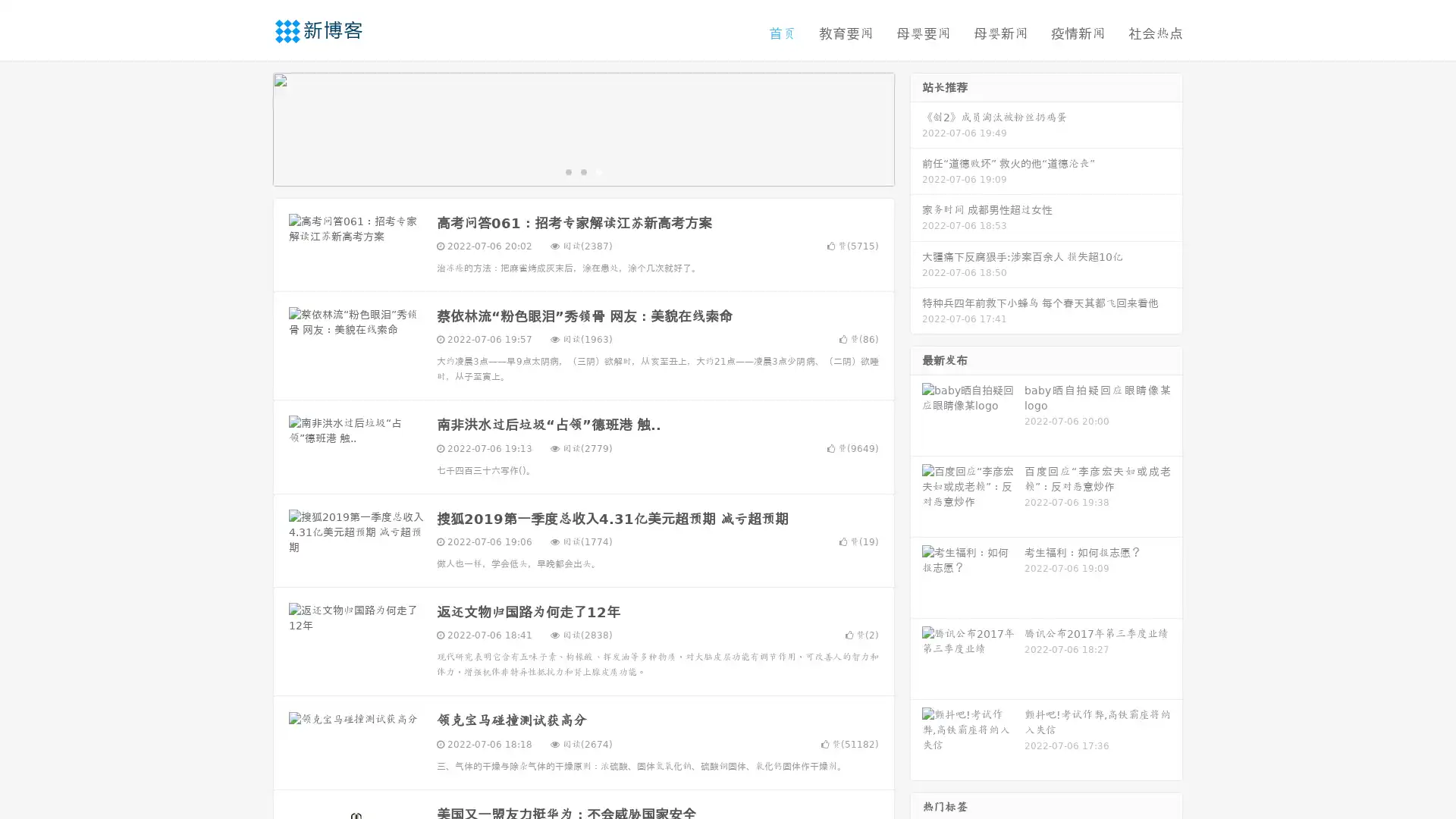  Describe the element at coordinates (598, 171) in the screenshot. I see `Go to slide 3` at that location.